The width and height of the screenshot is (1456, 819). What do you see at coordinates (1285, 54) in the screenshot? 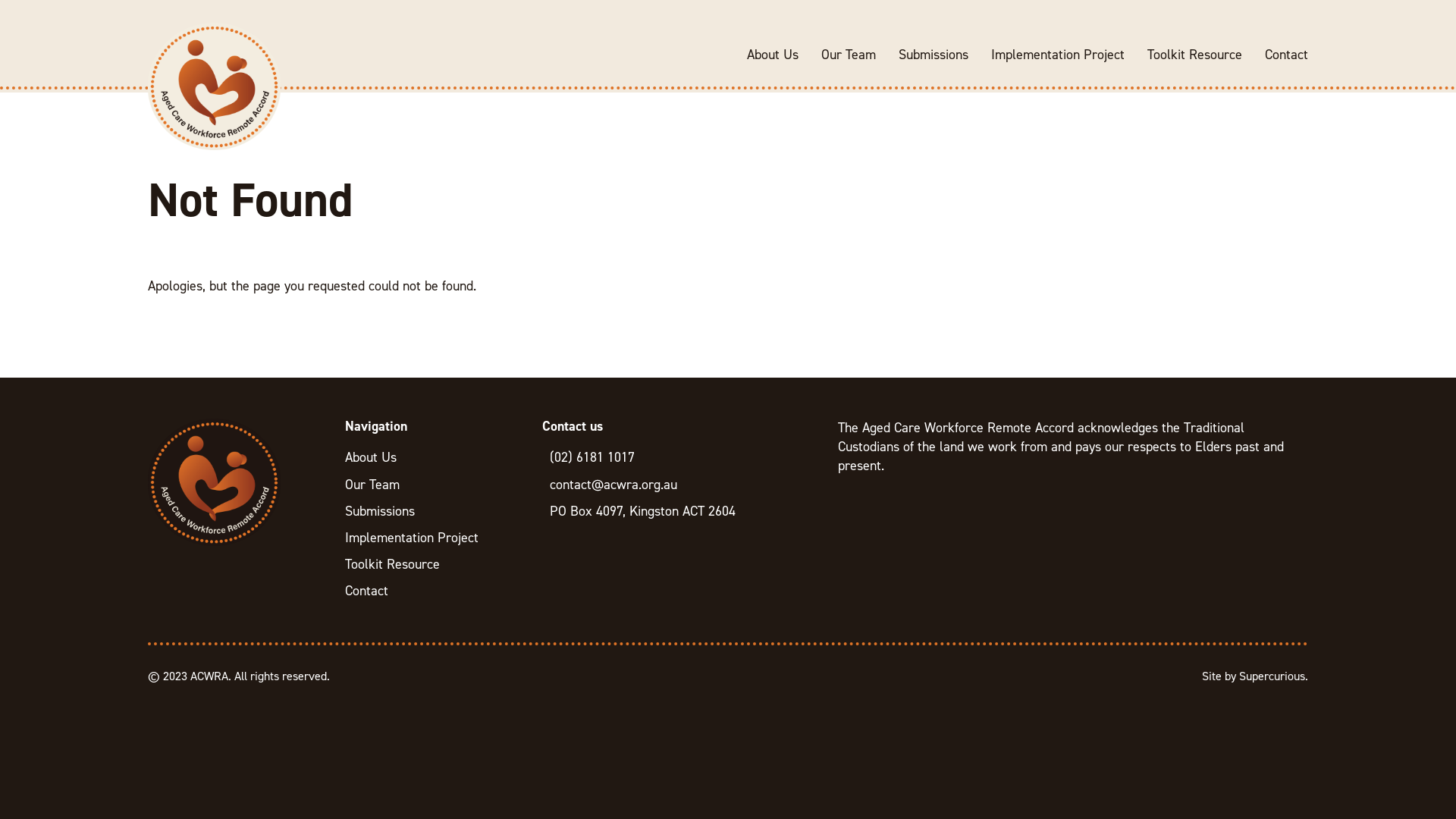
I see `'Contact'` at bounding box center [1285, 54].